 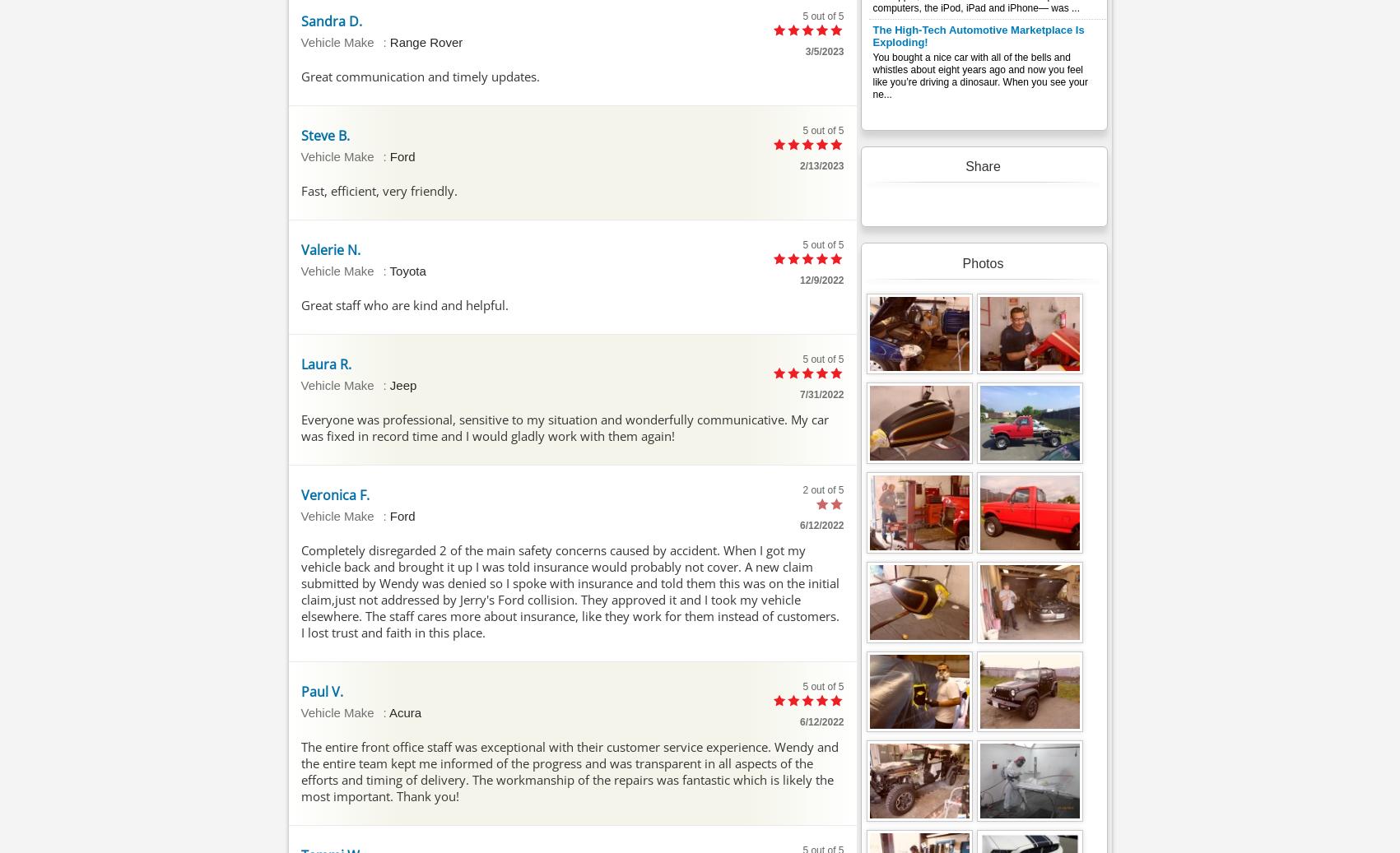 I want to click on 'Paul V.', so click(x=320, y=690).